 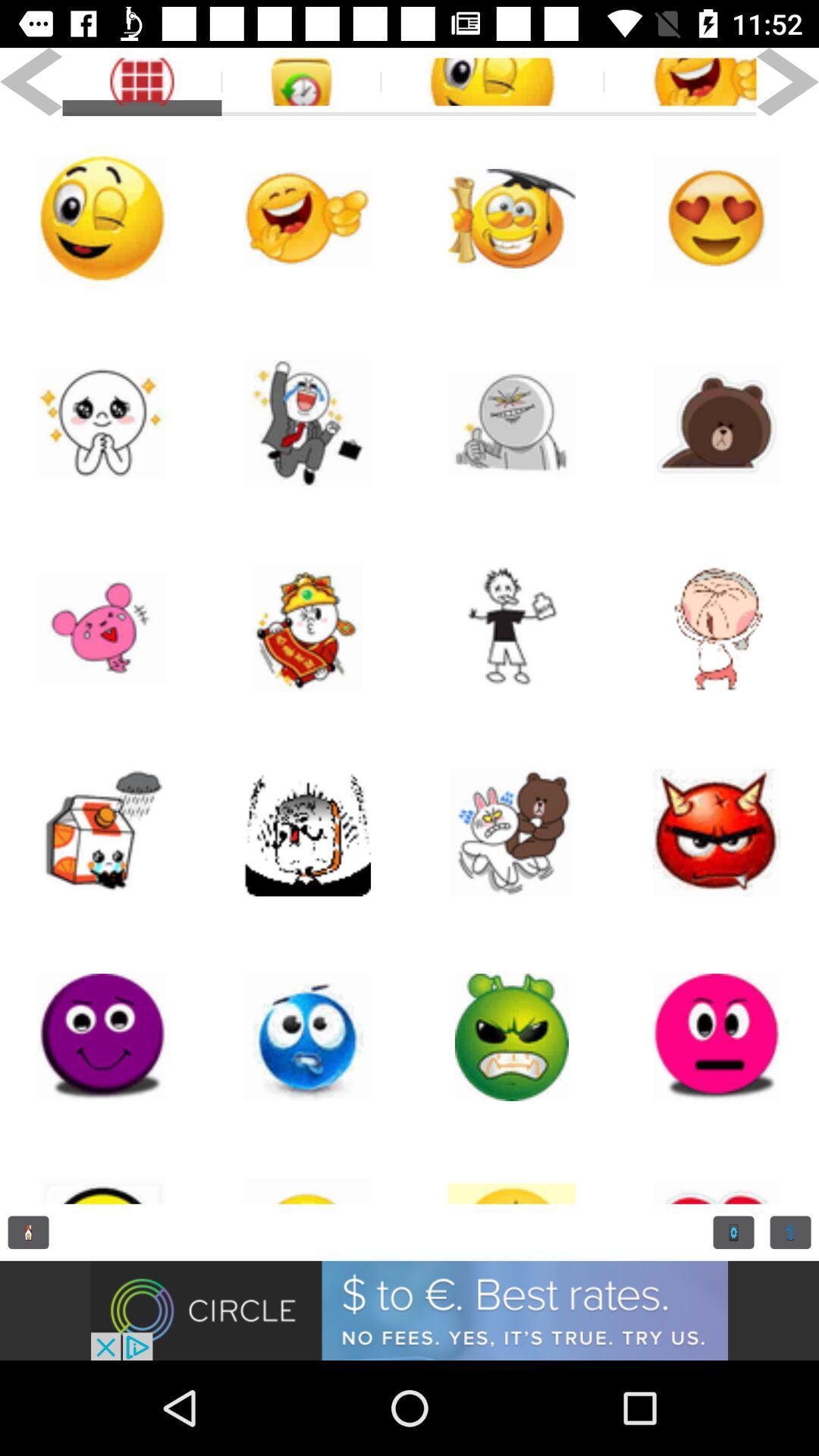 I want to click on emoji 's selection, so click(x=102, y=1037).